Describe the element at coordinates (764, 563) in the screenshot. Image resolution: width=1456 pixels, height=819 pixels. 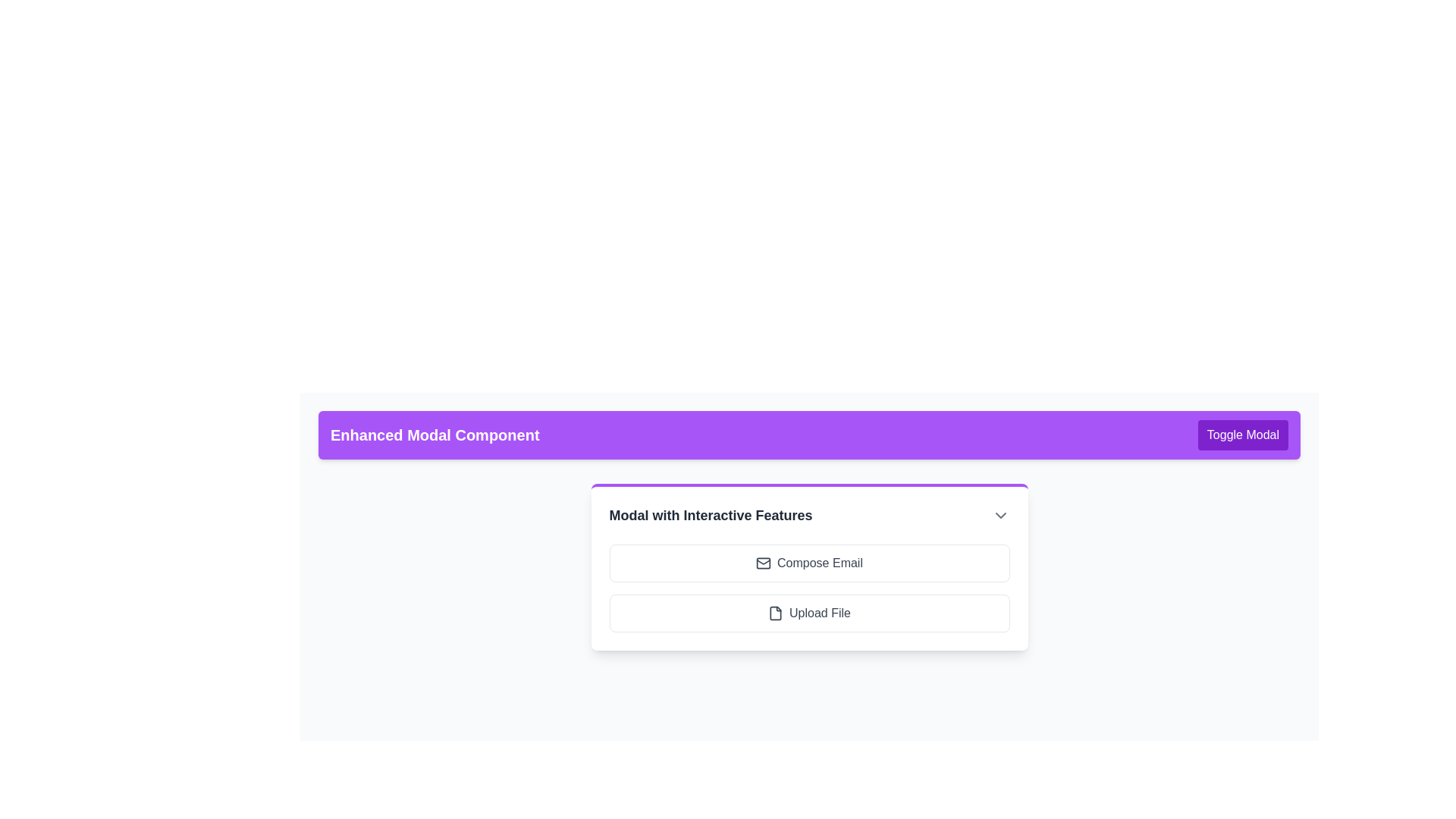
I see `the first icon in the 'Compose Email' row within the 'Modal with Interactive Features', which serves as a visual indicator for composing or sending email messages` at that location.